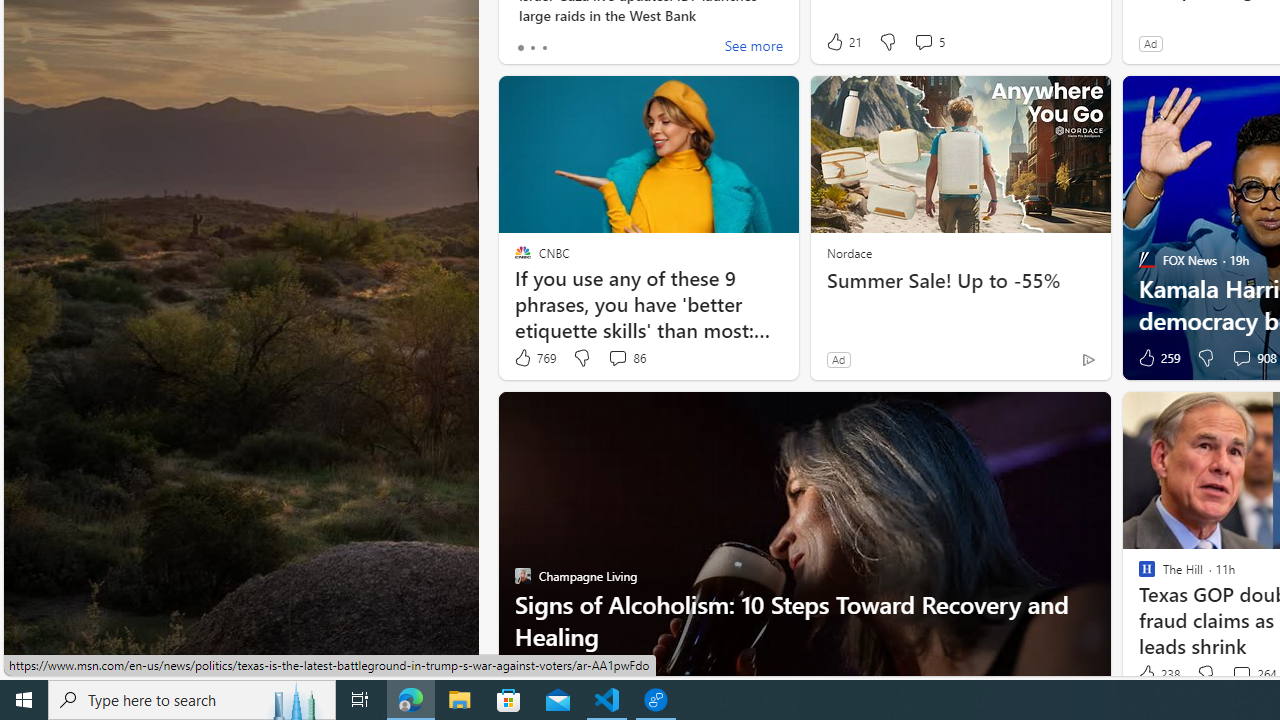 The image size is (1280, 720). What do you see at coordinates (843, 42) in the screenshot?
I see `'21 Like'` at bounding box center [843, 42].